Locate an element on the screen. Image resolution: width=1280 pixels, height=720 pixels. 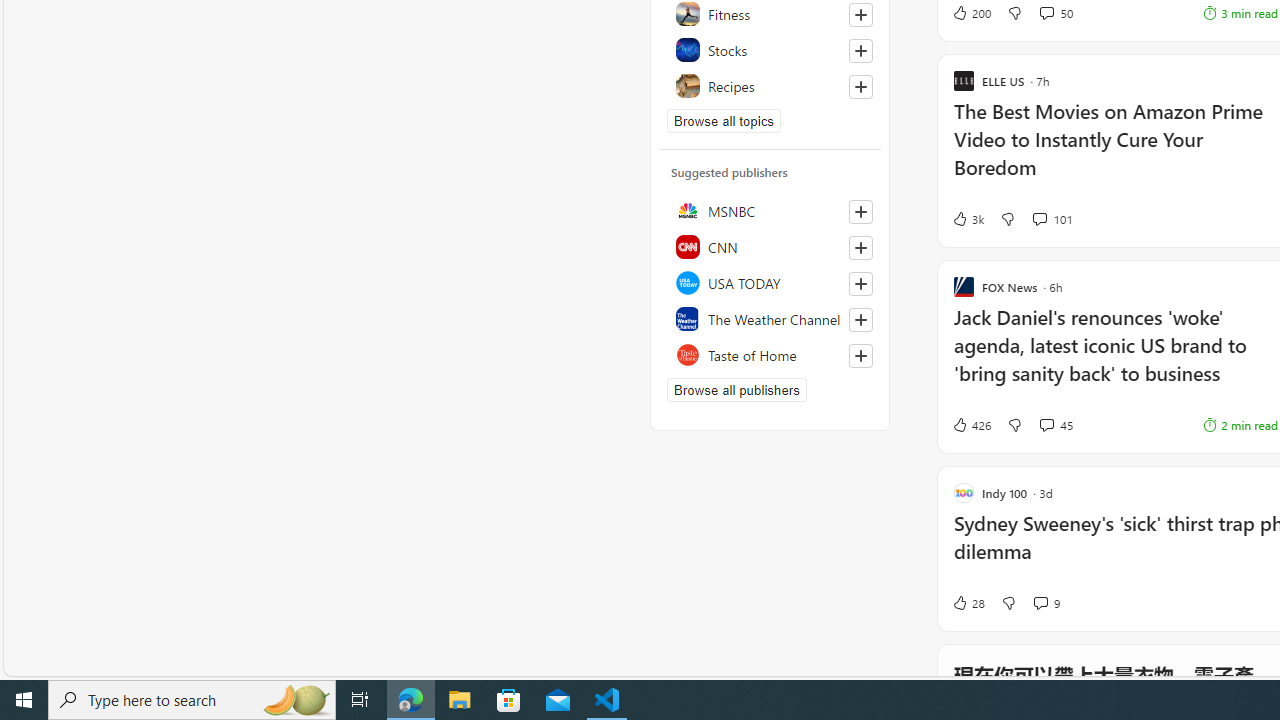
'View comments 45 Comment' is located at coordinates (1045, 423).